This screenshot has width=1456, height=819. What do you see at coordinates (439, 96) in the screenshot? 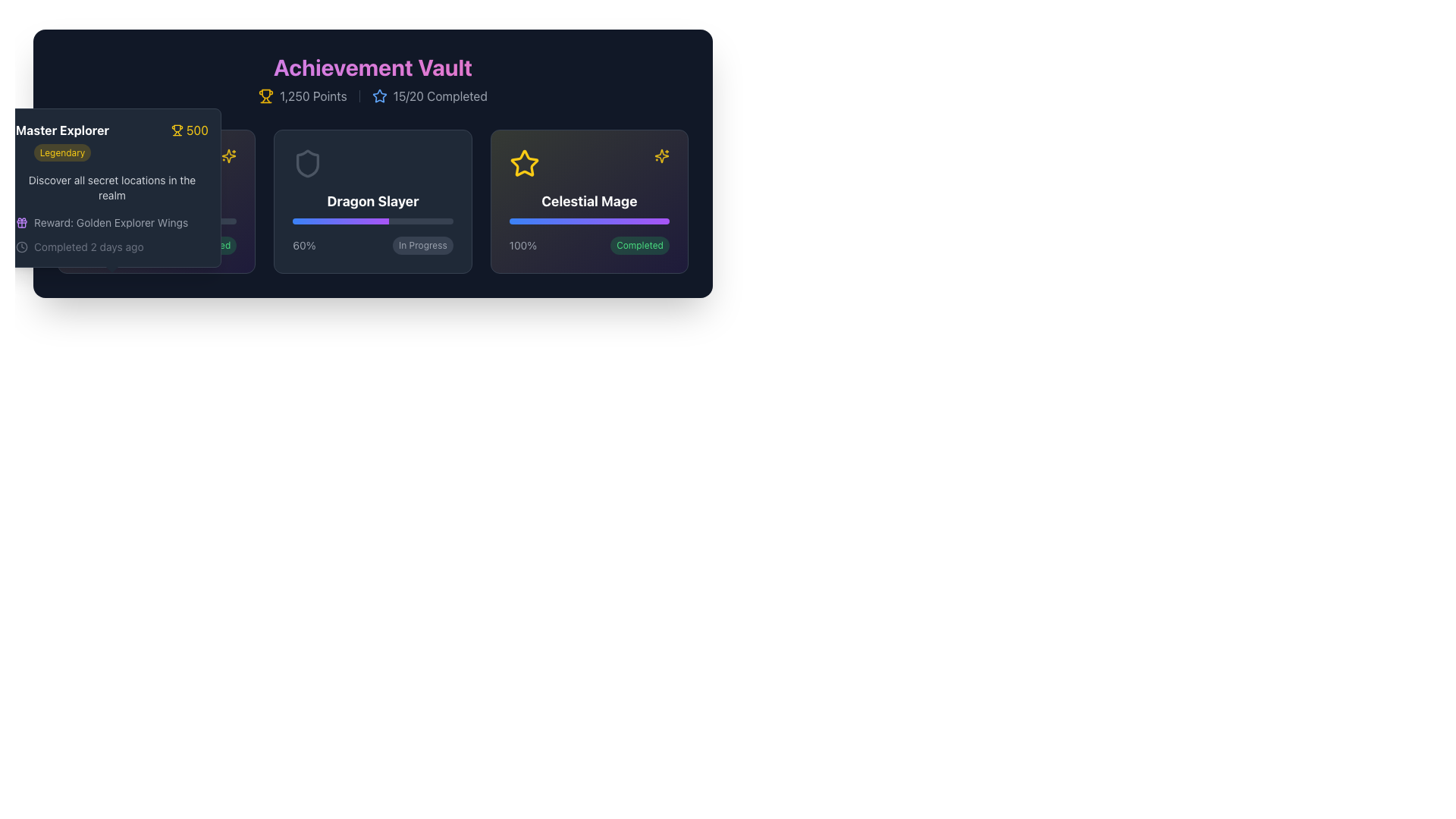
I see `the text label displaying '15/20 Completed', which is centrally aligned near the top of the interface and positioned between a star icon and the text '1,250 Points'` at bounding box center [439, 96].